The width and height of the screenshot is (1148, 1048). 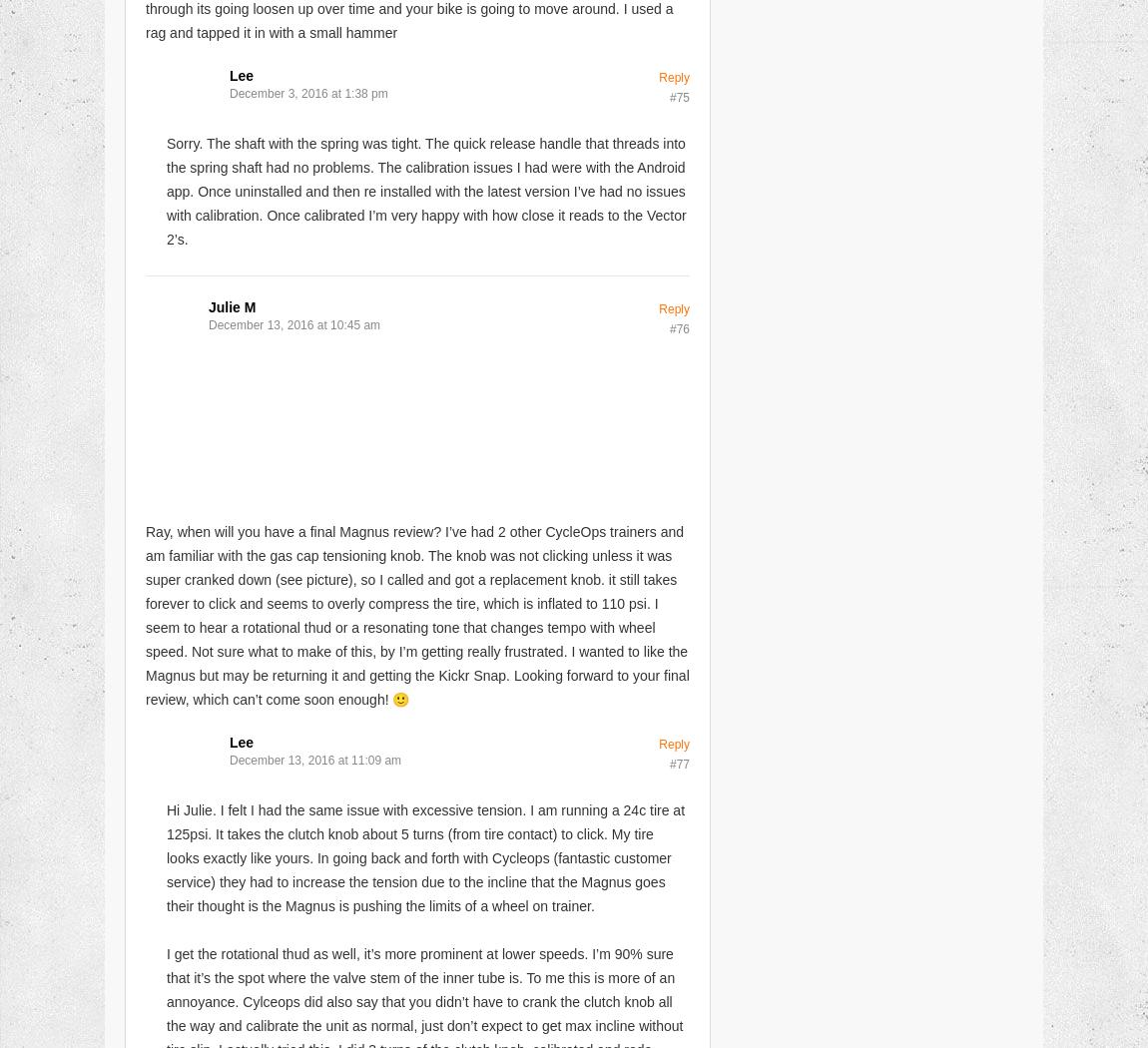 What do you see at coordinates (425, 857) in the screenshot?
I see `'Hi Julie. I felt I had the same issue with excessive tension. I am running a 24c tire at 125psi. It takes the clutch knob about 5 turns (from tire contact) to click. My tire looks exactly like yours. In going back and forth with Cycleops (fantastic customer service) they had to increase the tension due to the incline that the Magnus goes their thought is the Magnus is pushing the limits of a wheel on trainer.'` at bounding box center [425, 857].